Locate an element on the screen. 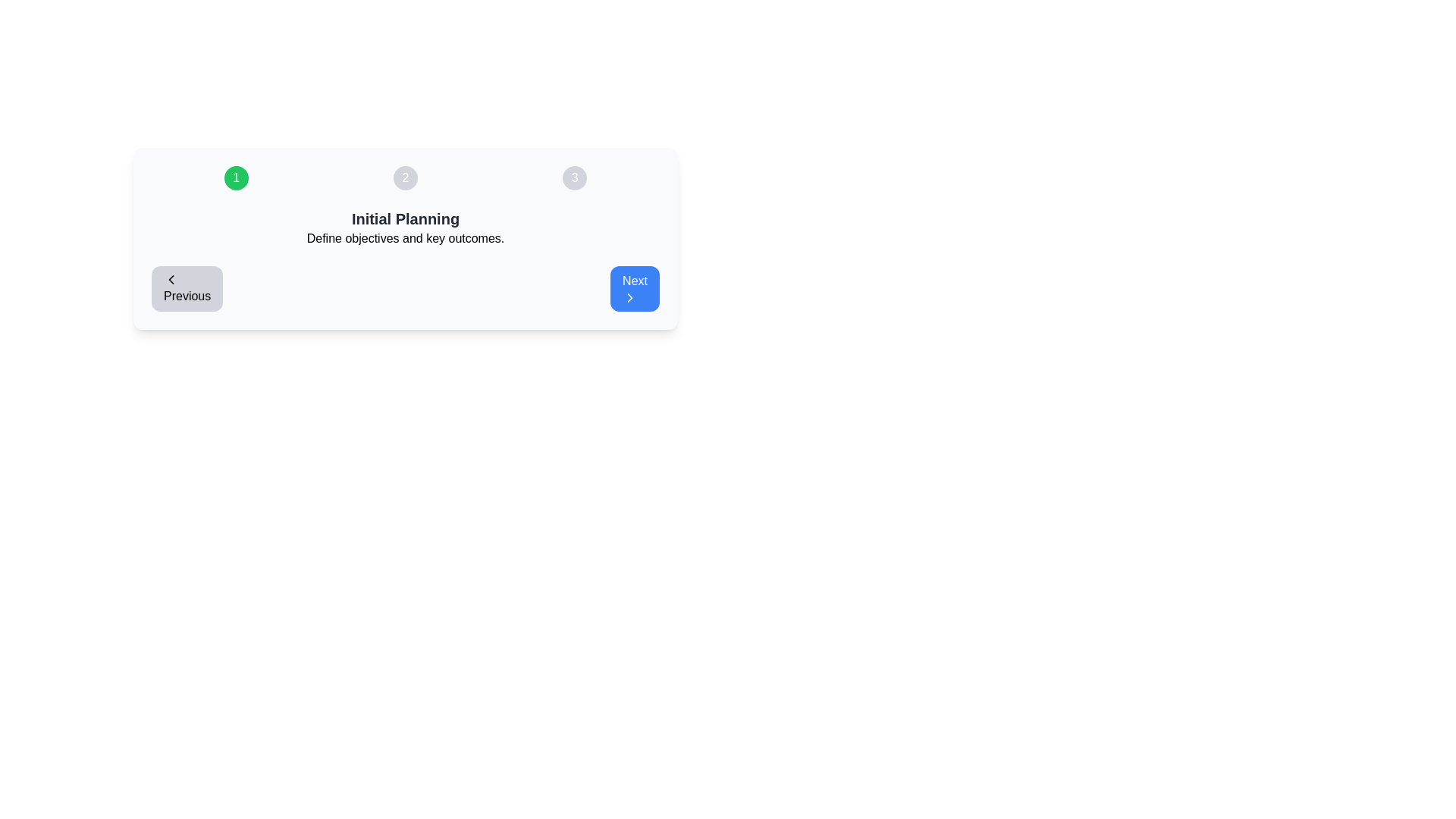  the status of the second step indicator circle in a three-step process UI, which is located between the green circle labeled '1' and the gray circle labeled '3' is located at coordinates (405, 177).